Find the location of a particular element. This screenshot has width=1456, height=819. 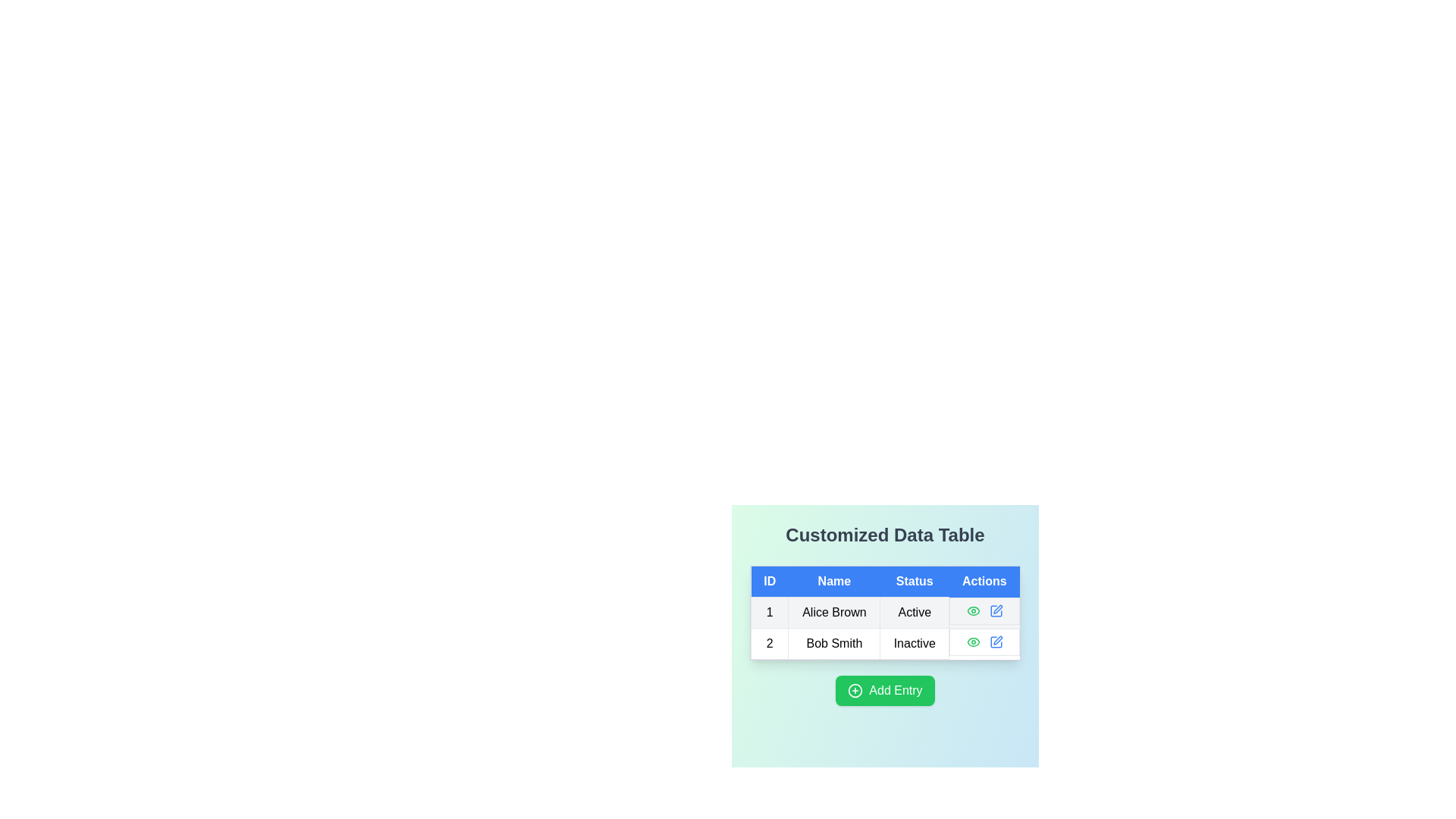

the text display field showing 'Bob Smith', which is located in the second row and second column of the tabular layout is located at coordinates (833, 643).